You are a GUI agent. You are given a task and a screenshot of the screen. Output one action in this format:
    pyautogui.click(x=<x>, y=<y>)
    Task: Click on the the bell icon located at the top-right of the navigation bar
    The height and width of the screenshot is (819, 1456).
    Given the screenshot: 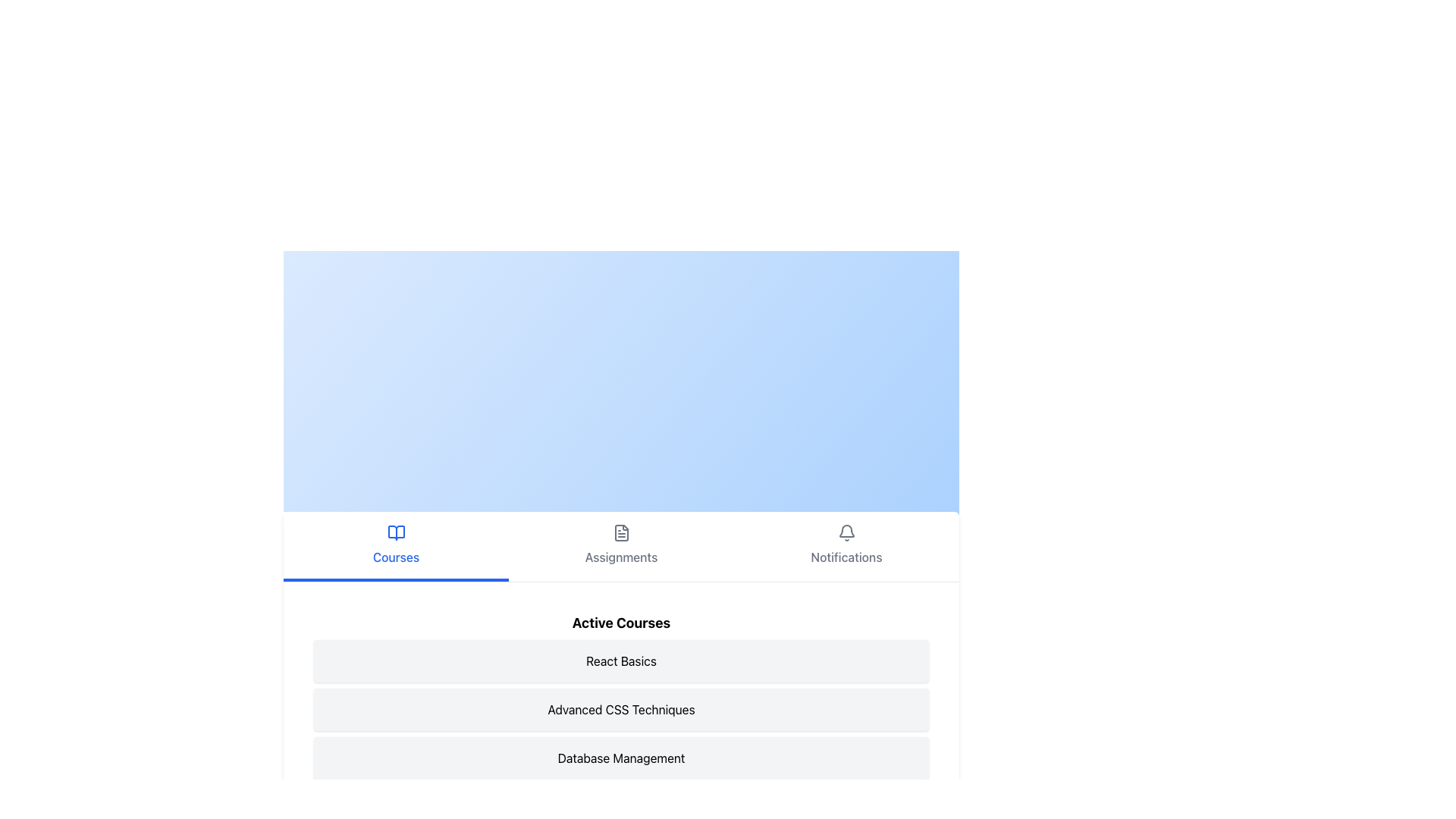 What is the action you would take?
    pyautogui.click(x=846, y=532)
    